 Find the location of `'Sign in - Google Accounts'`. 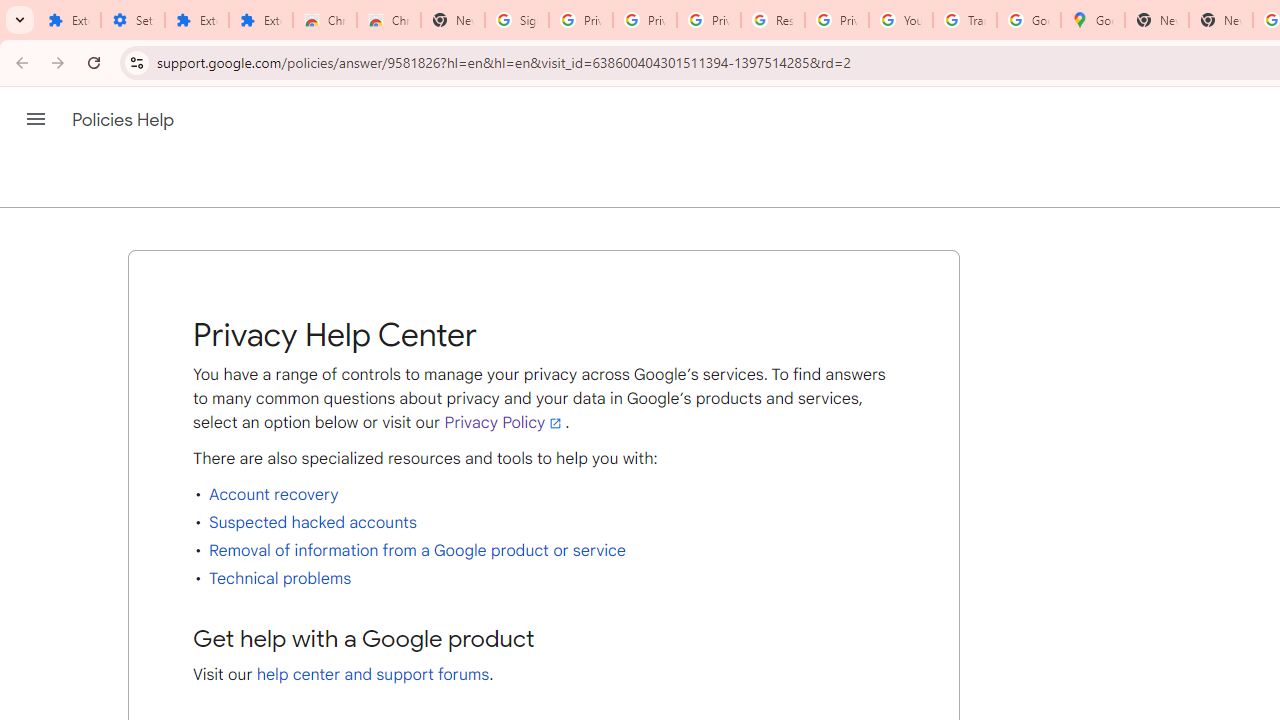

'Sign in - Google Accounts' is located at coordinates (517, 20).